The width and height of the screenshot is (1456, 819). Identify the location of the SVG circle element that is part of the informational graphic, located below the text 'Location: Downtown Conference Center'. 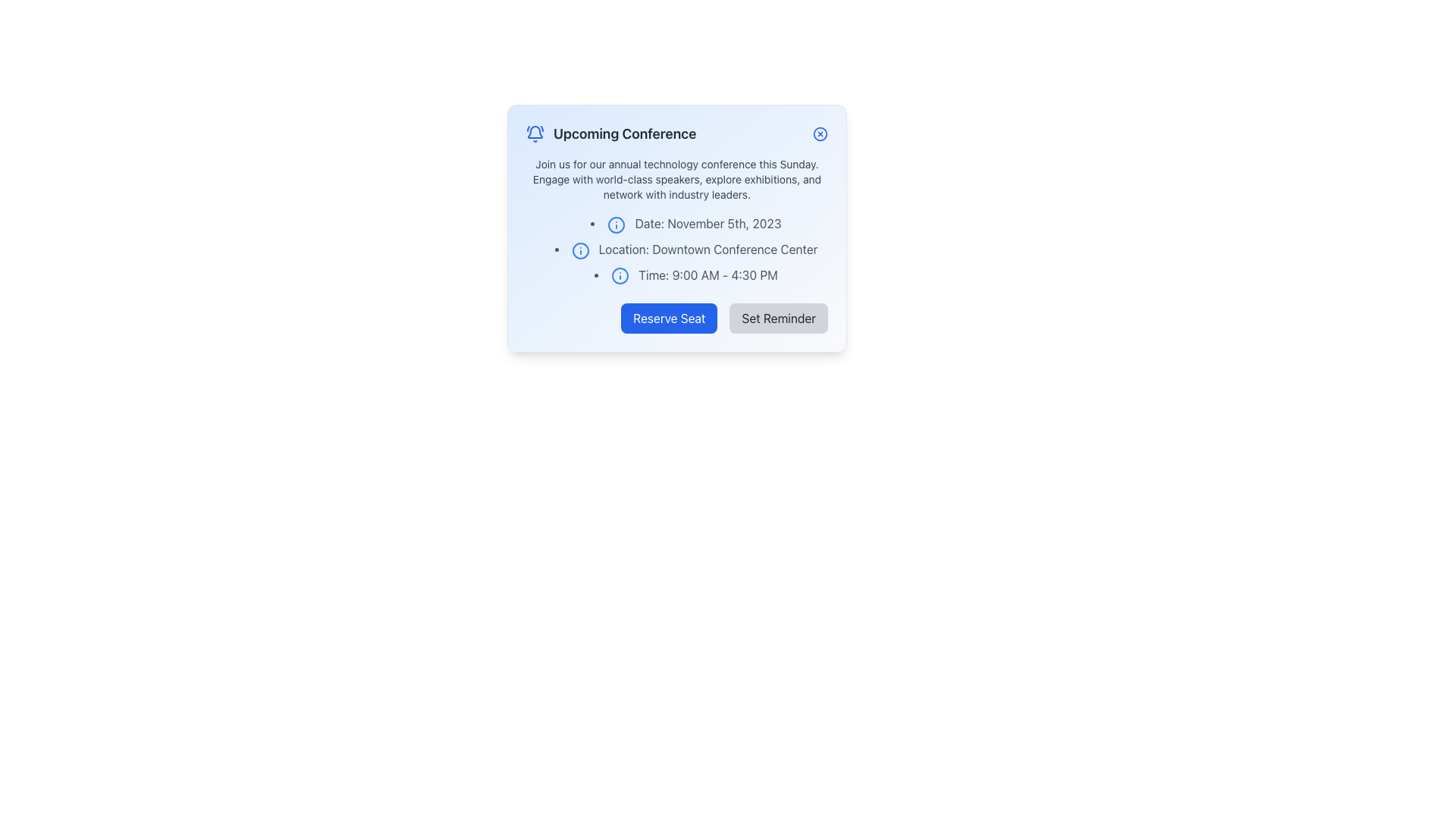
(620, 276).